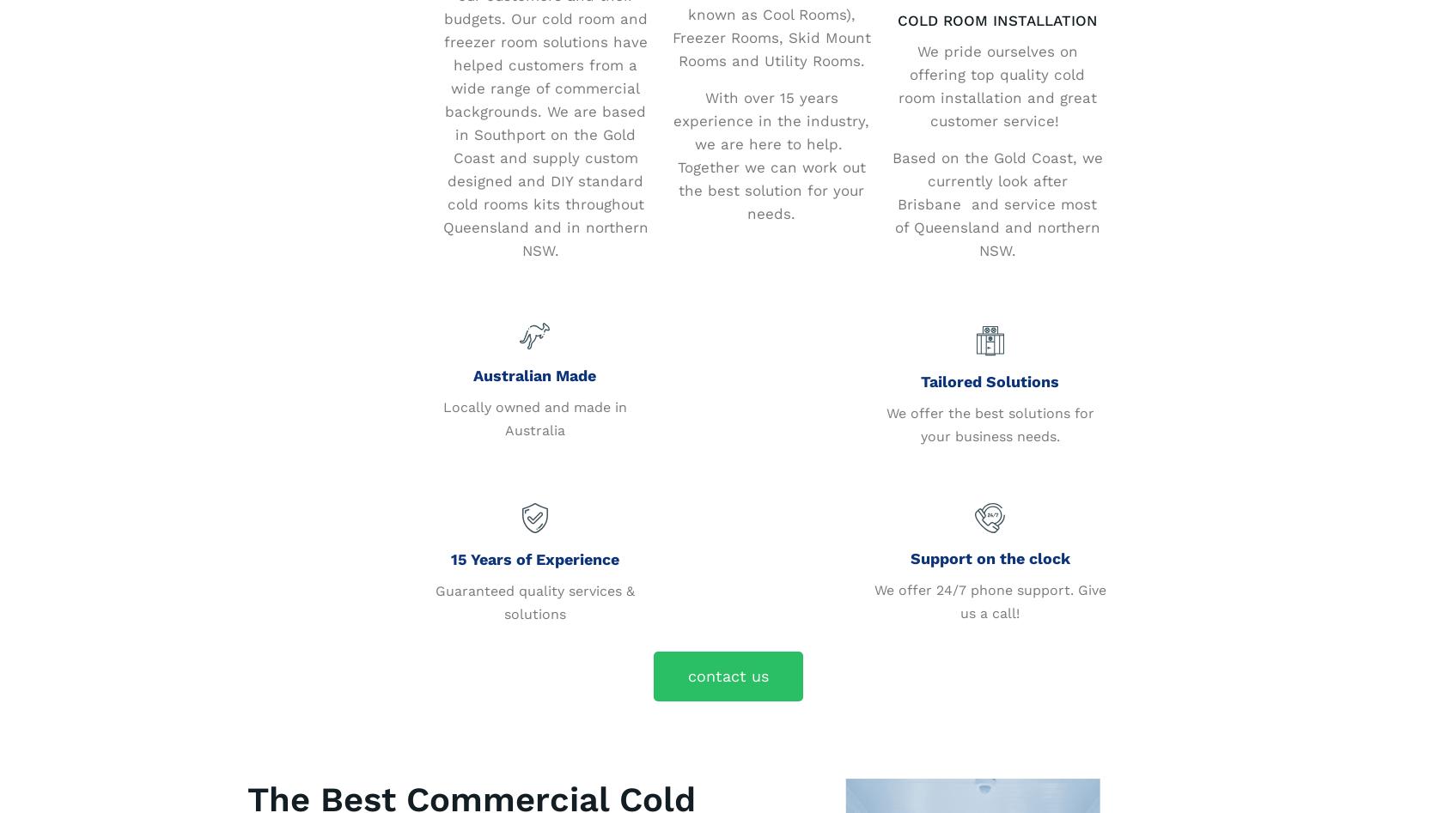 The image size is (1456, 813). I want to click on 'Tailored Solutions', so click(989, 380).